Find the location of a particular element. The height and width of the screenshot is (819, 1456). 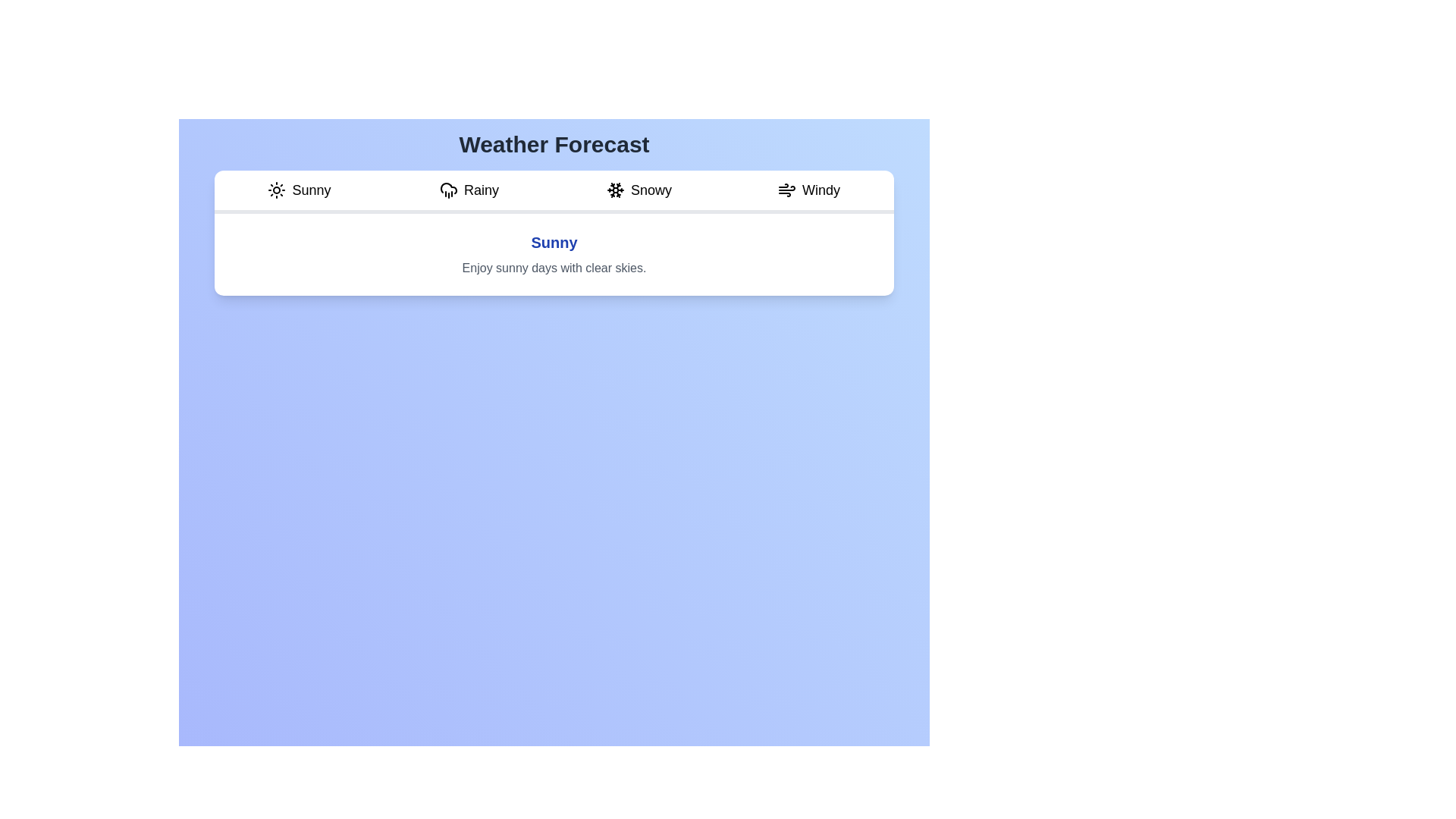

the Windy tab to view its weather condition is located at coordinates (808, 191).